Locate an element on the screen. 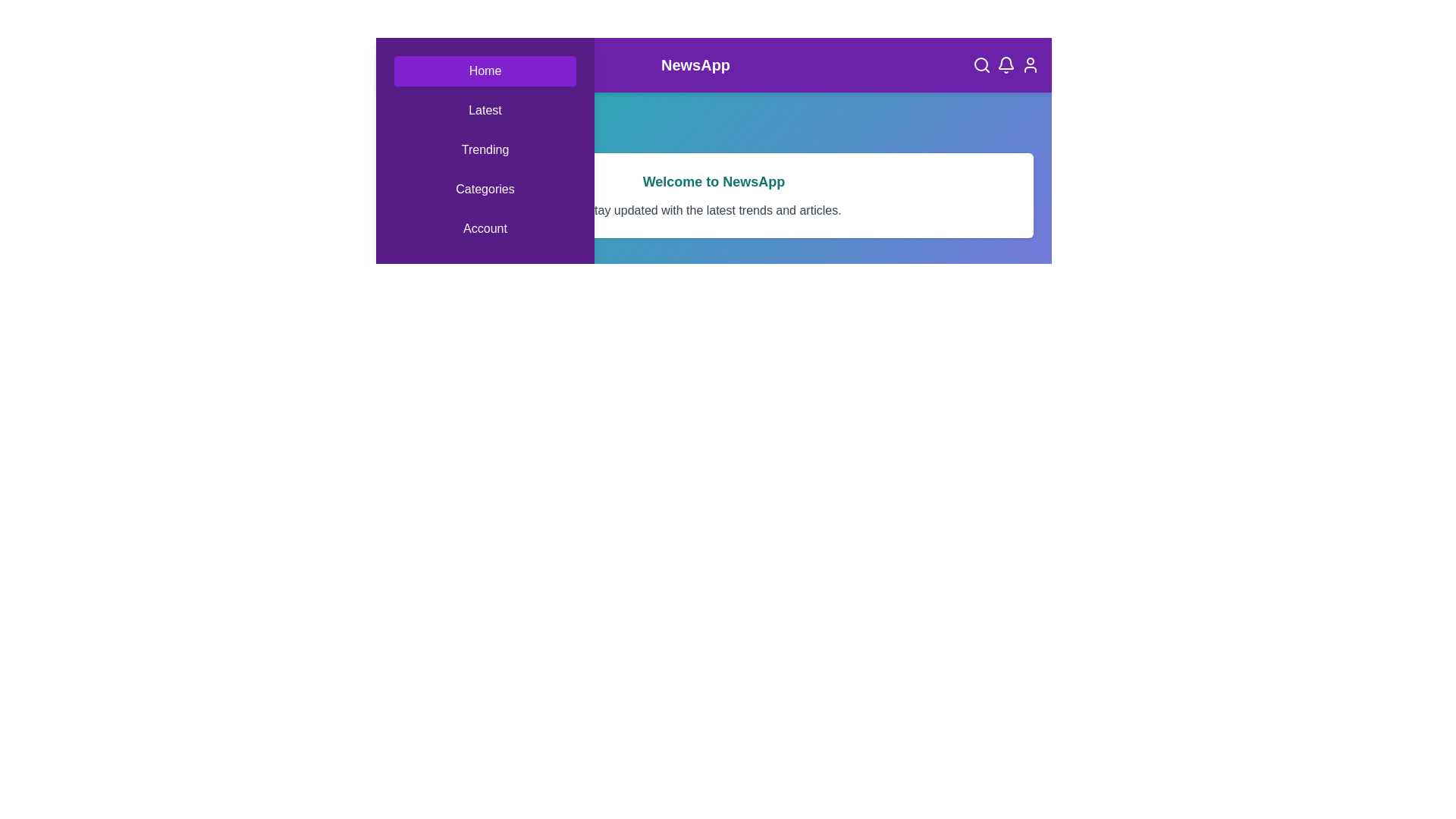 Image resolution: width=1456 pixels, height=819 pixels. the Trending navigation tab is located at coordinates (484, 149).